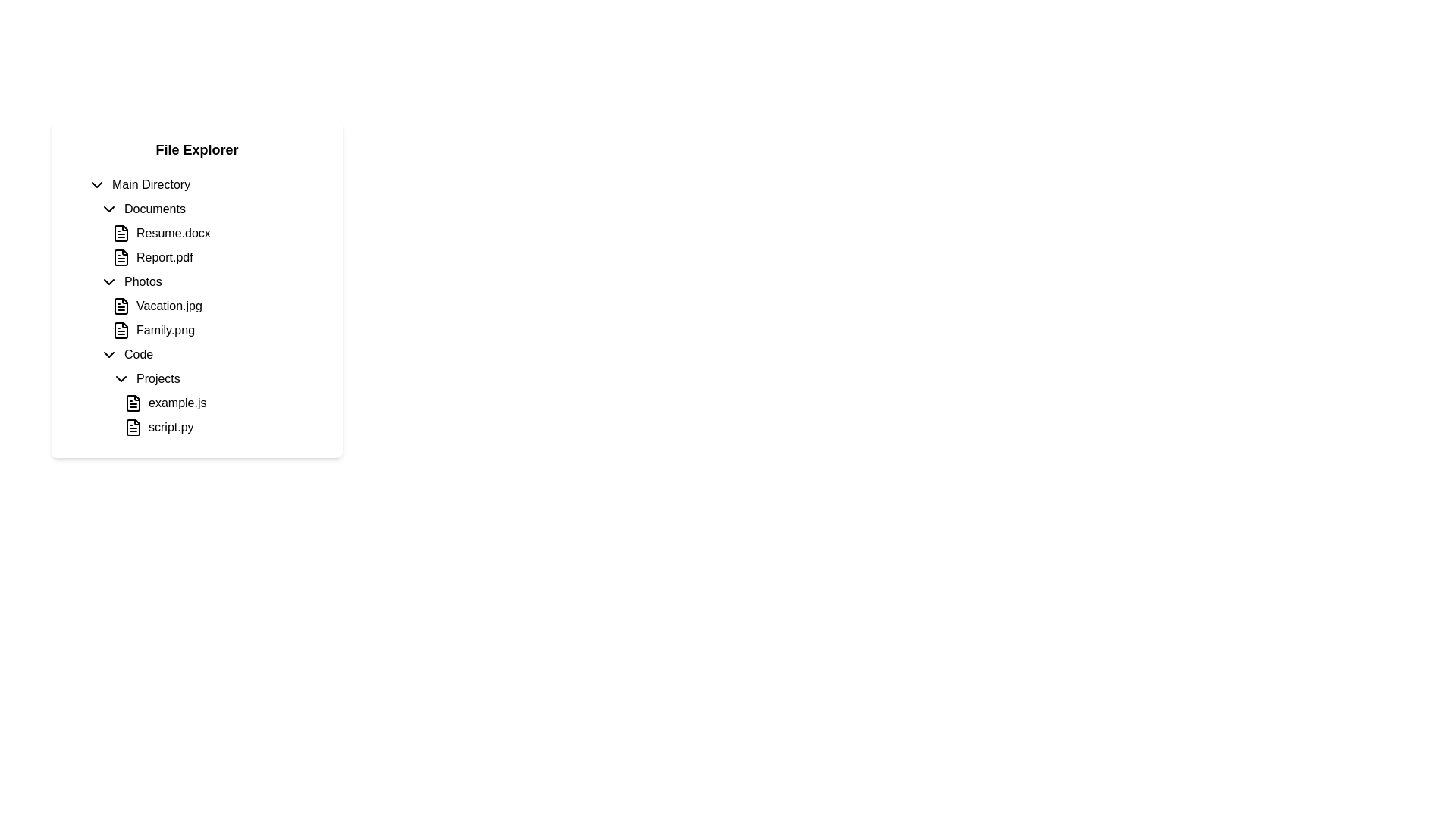 The height and width of the screenshot is (819, 1456). I want to click on the 'script.py' file icon located in the 'File Explorer' under the 'Code' section in the 'Projects' folder, so click(133, 427).